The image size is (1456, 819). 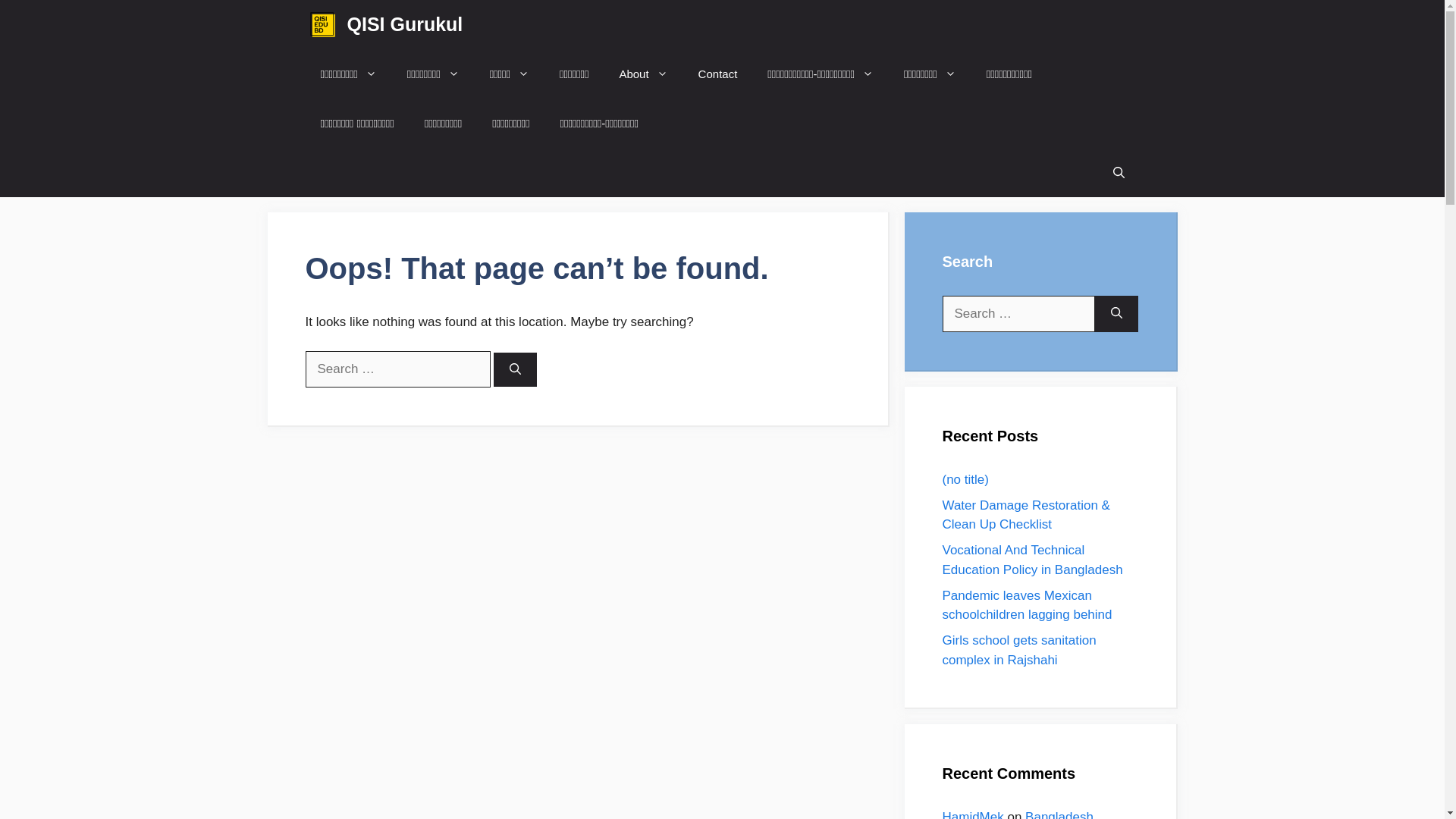 I want to click on 'Contact', so click(x=717, y=74).